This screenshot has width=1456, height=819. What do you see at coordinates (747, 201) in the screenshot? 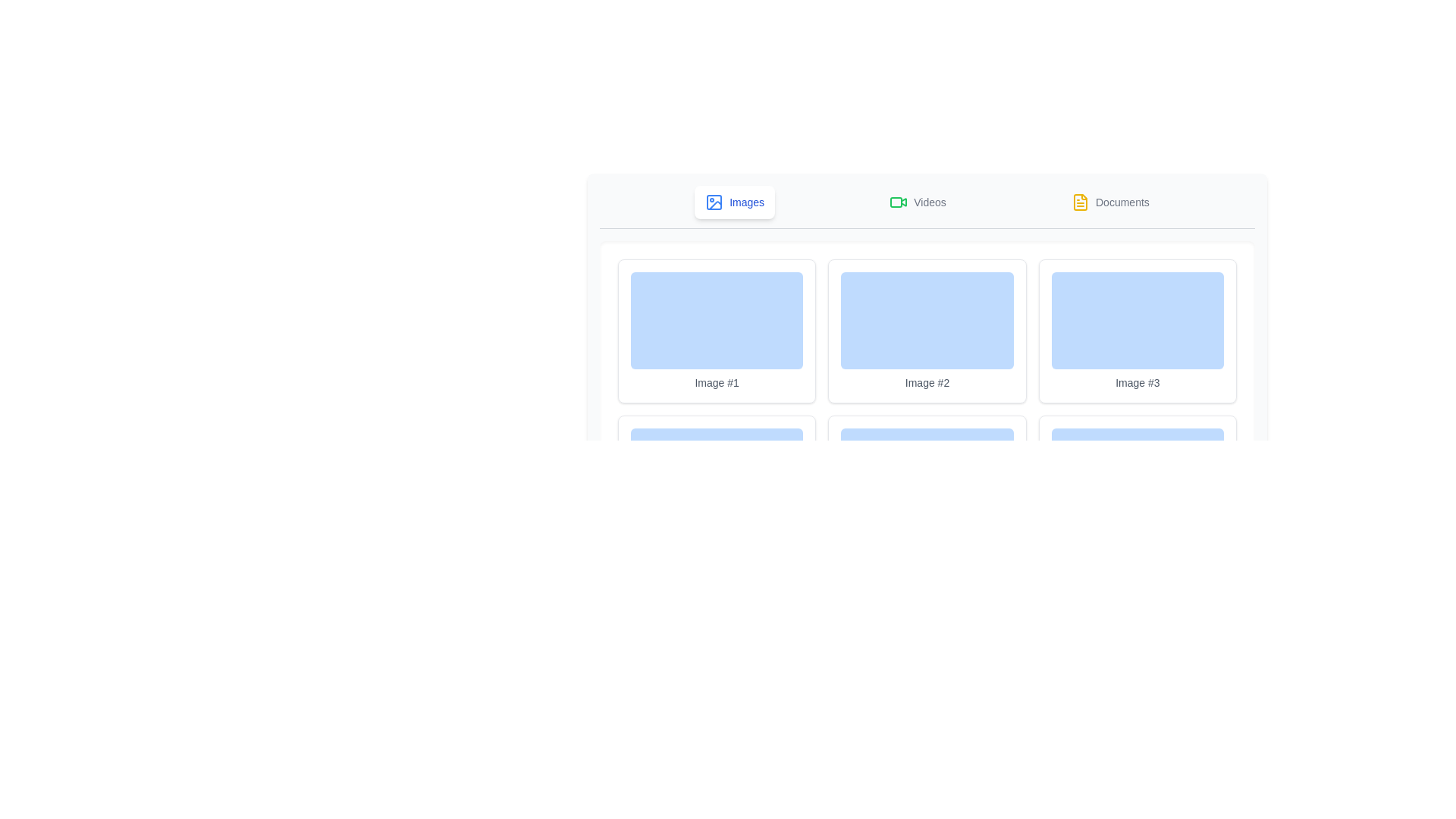
I see `the 'Images' text label, which is styled in blue color and is the first item in the horizontal navigation menu` at bounding box center [747, 201].